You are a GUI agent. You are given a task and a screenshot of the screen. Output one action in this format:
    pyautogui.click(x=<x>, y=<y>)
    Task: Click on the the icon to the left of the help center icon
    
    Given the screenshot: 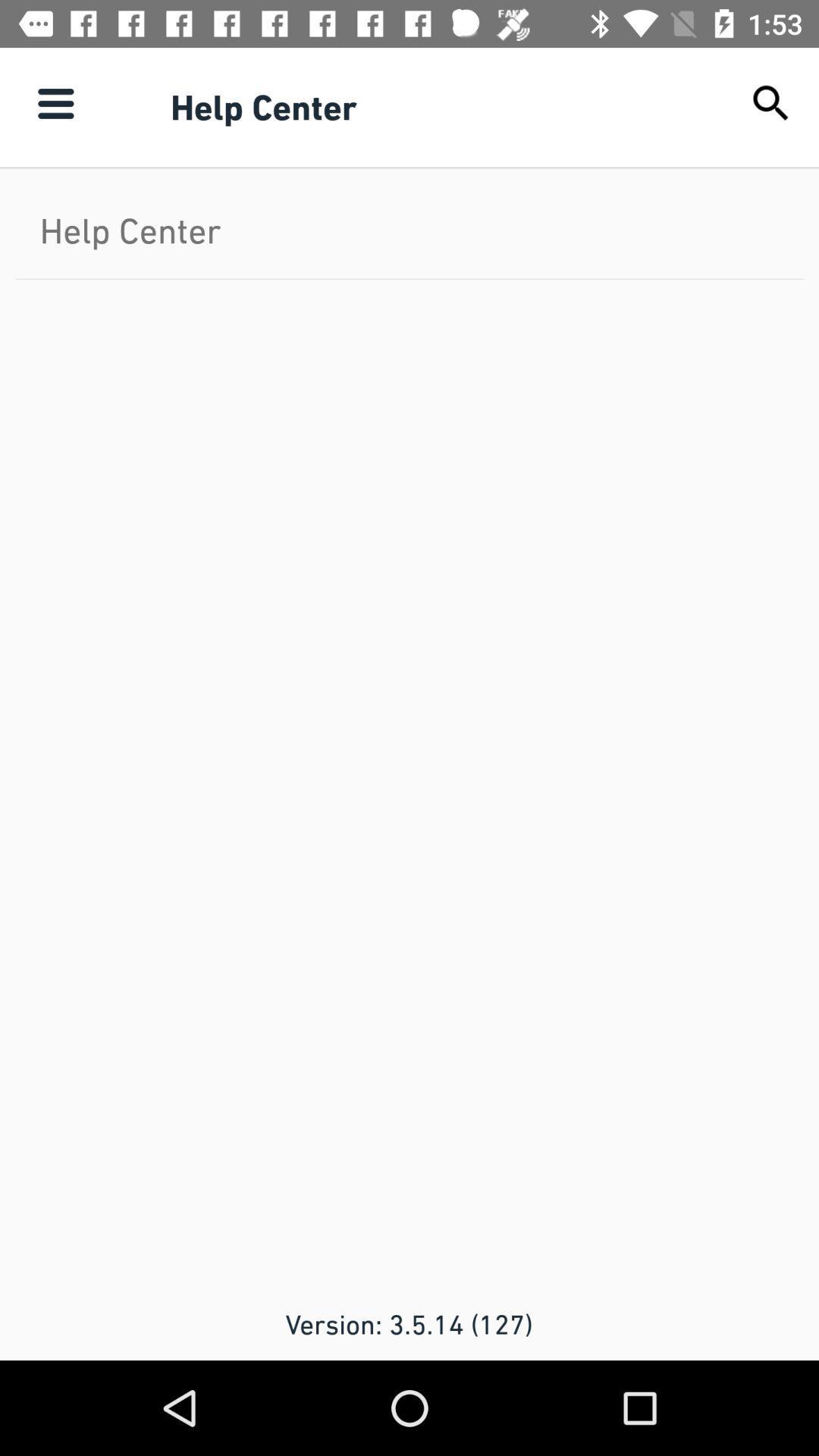 What is the action you would take?
    pyautogui.click(x=55, y=102)
    